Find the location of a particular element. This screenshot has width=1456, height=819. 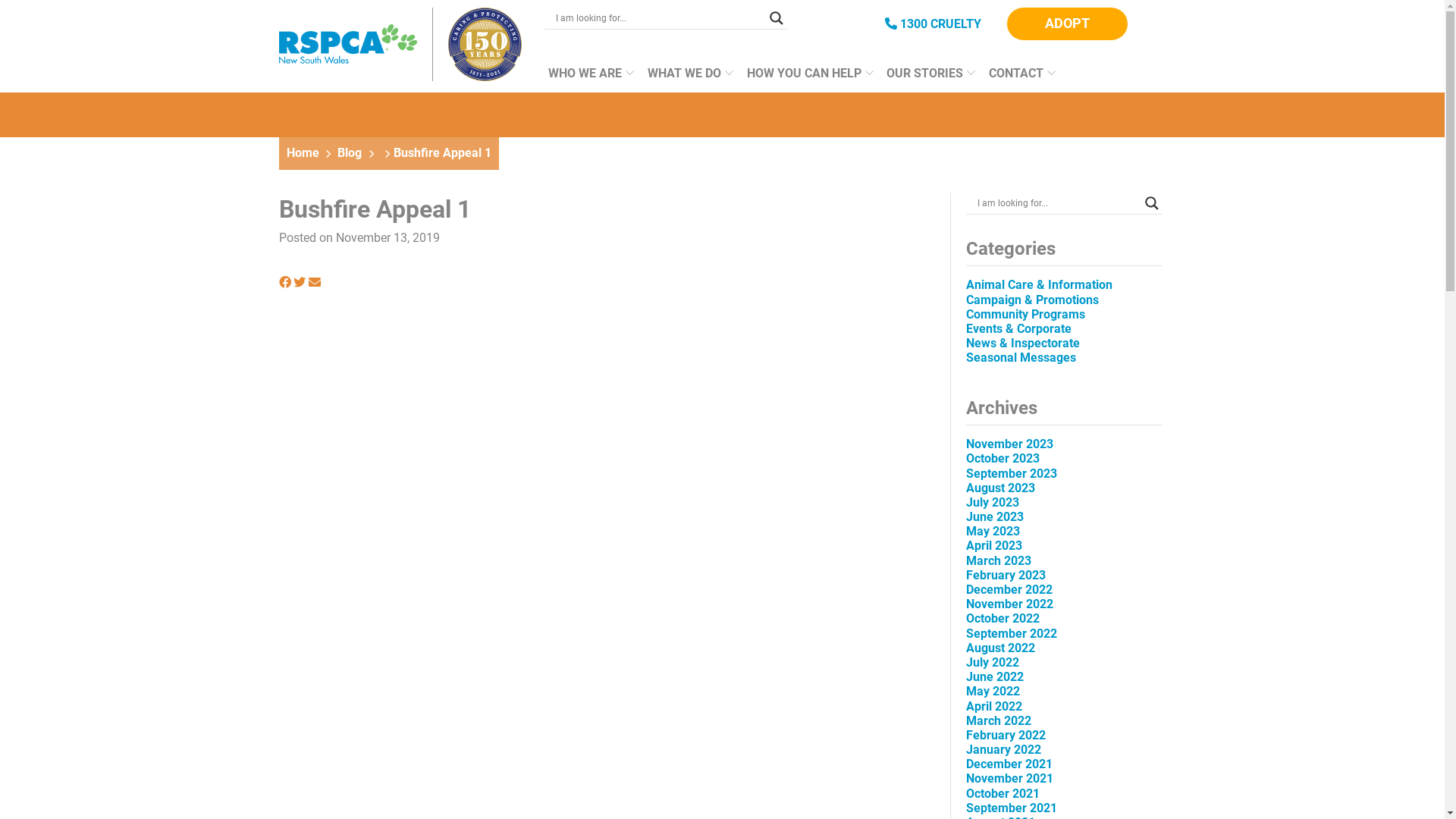

'July 2022' is located at coordinates (993, 661).